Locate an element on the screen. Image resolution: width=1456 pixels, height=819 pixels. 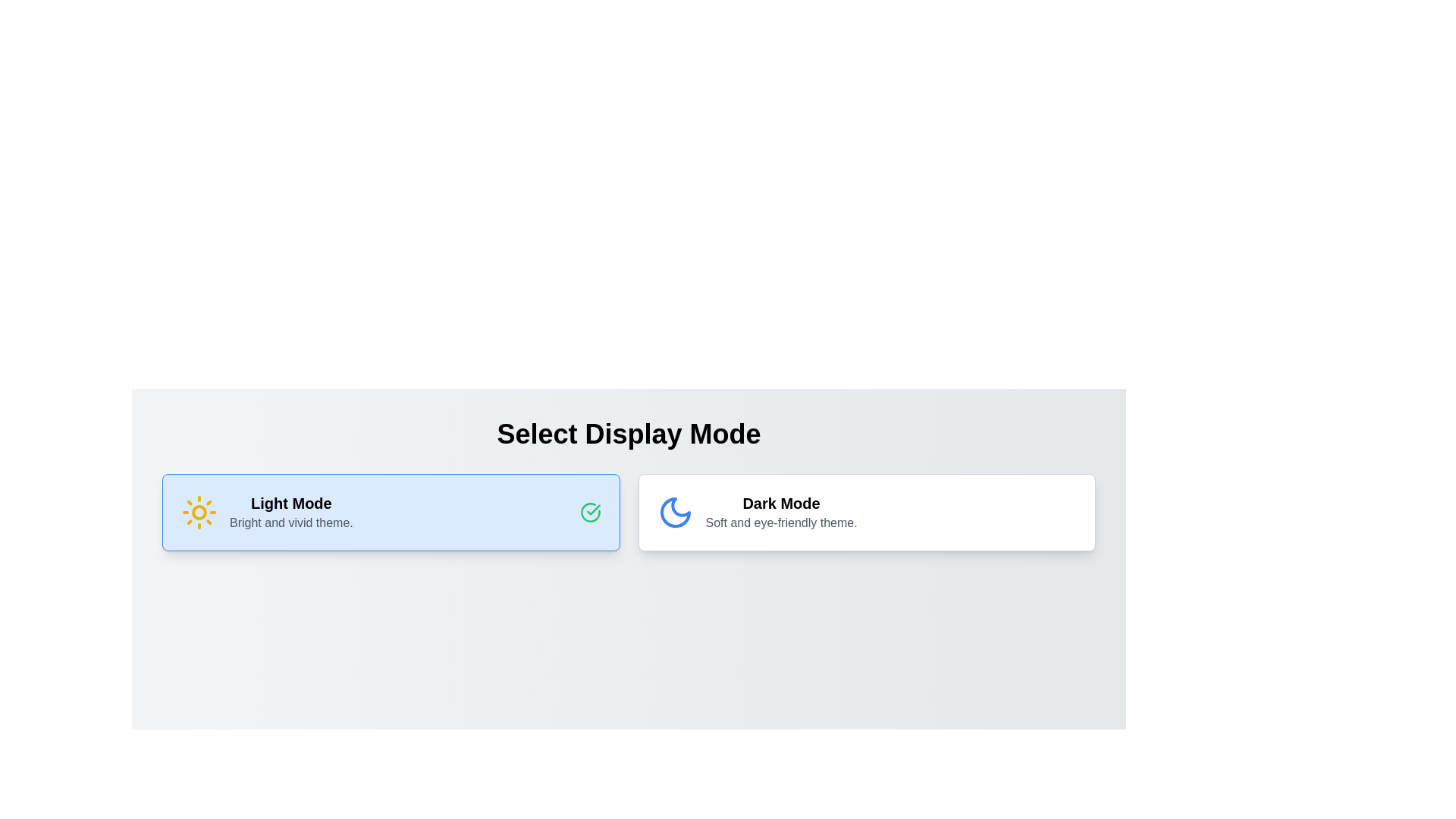
the Light Mode text label, which serves as a heading indicating the Light Mode option in the display mode selection interface is located at coordinates (291, 503).